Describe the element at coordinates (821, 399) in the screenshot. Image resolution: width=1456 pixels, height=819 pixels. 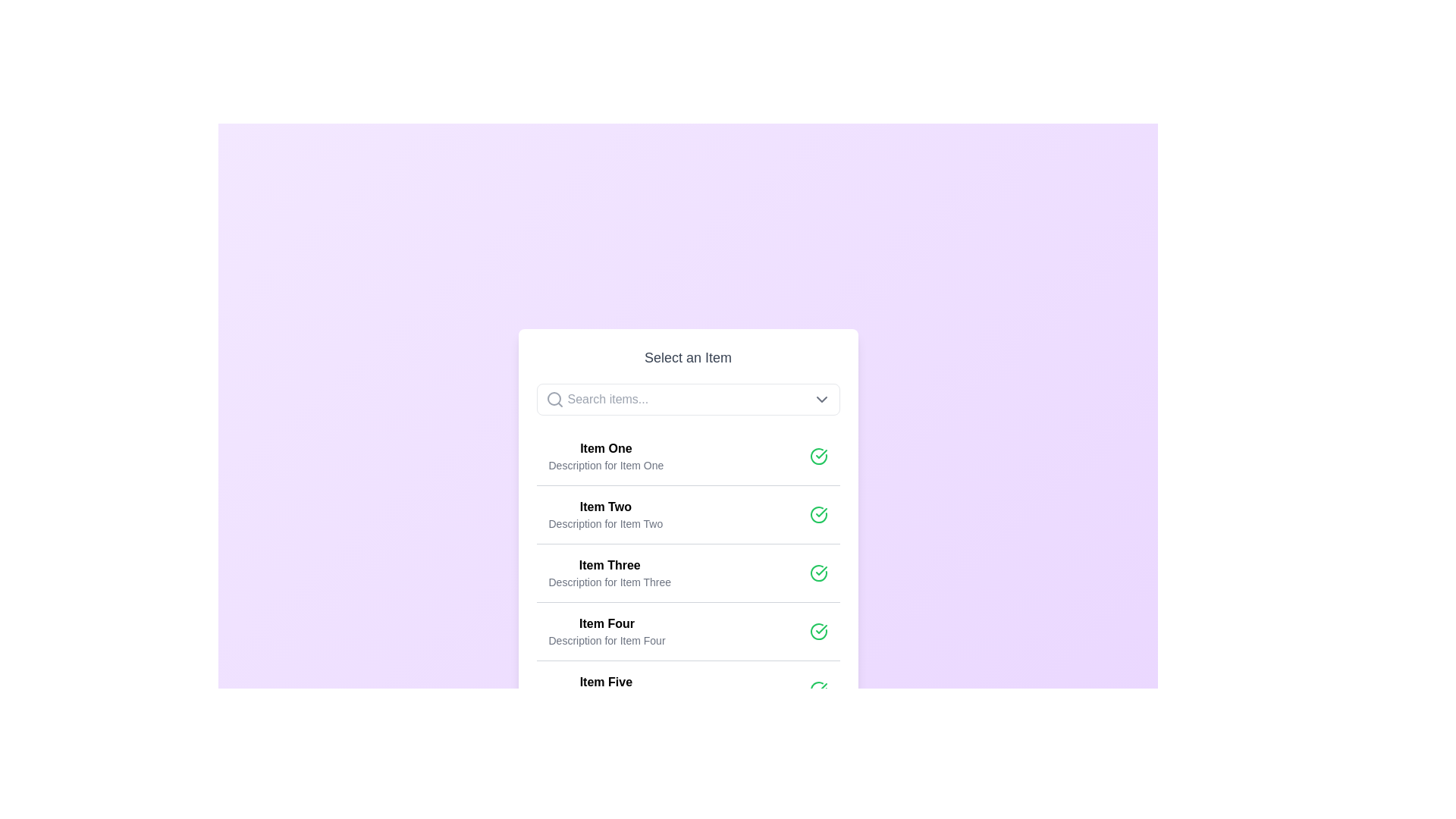
I see `the downward-facing chevron icon, which is positioned inside the search input field at the right edge` at that location.